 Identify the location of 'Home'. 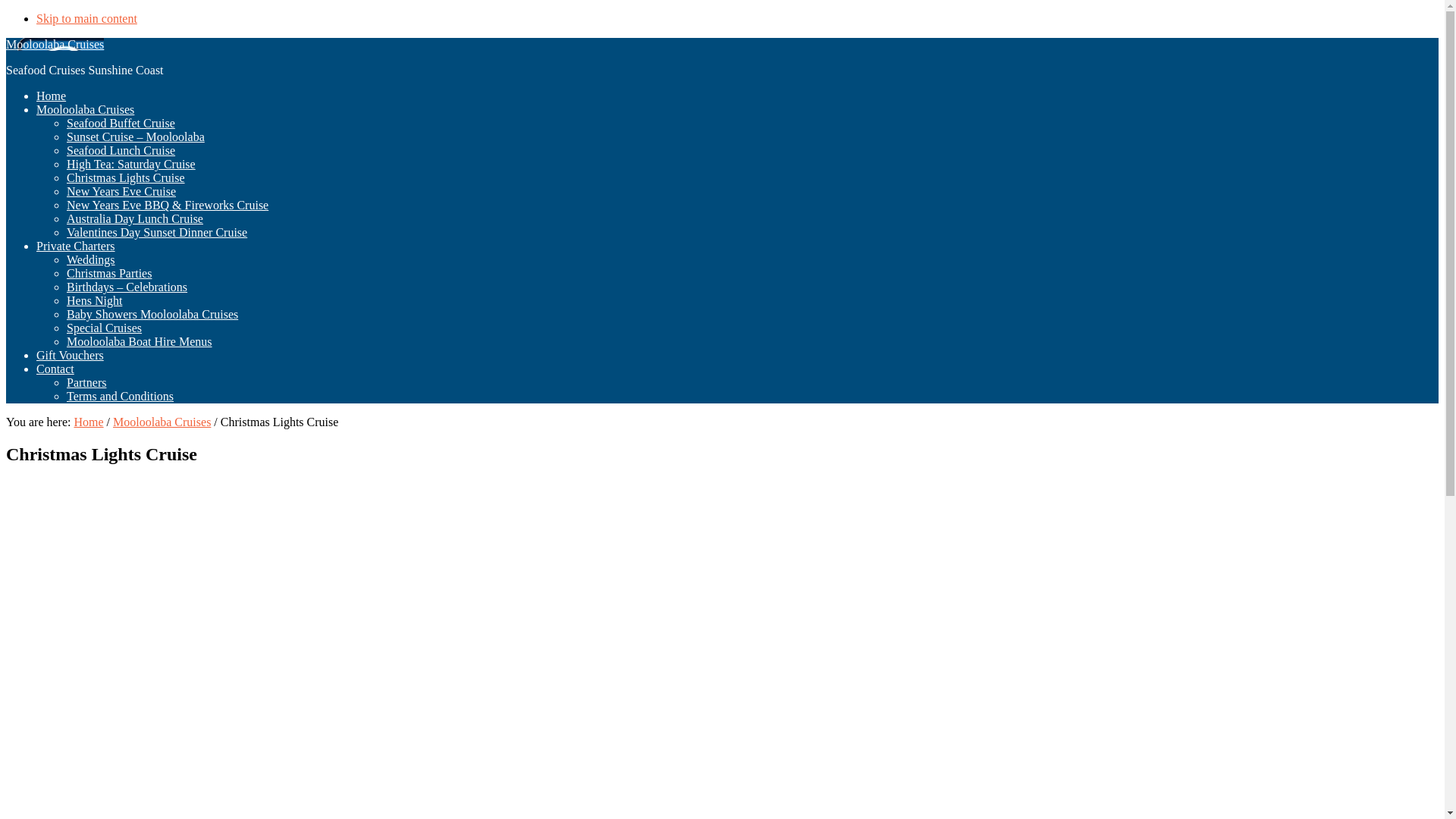
(51, 96).